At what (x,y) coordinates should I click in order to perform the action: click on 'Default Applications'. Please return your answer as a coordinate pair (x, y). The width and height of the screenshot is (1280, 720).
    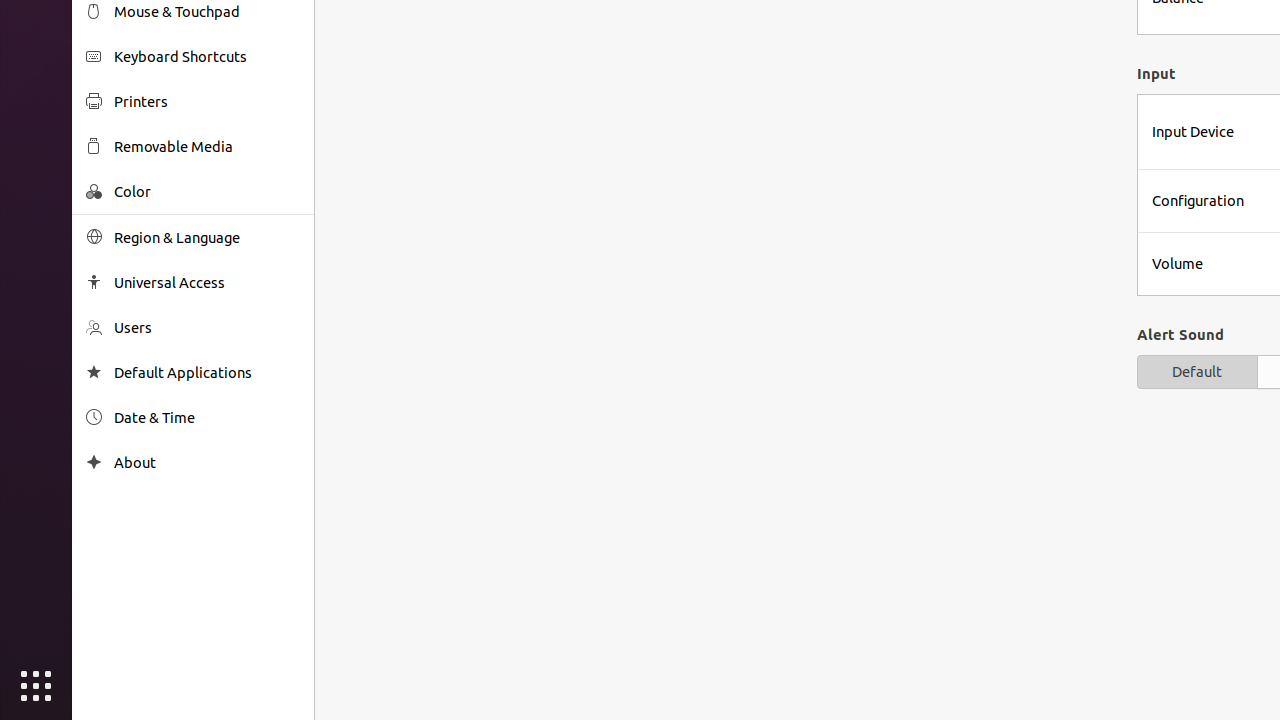
    Looking at the image, I should click on (206, 372).